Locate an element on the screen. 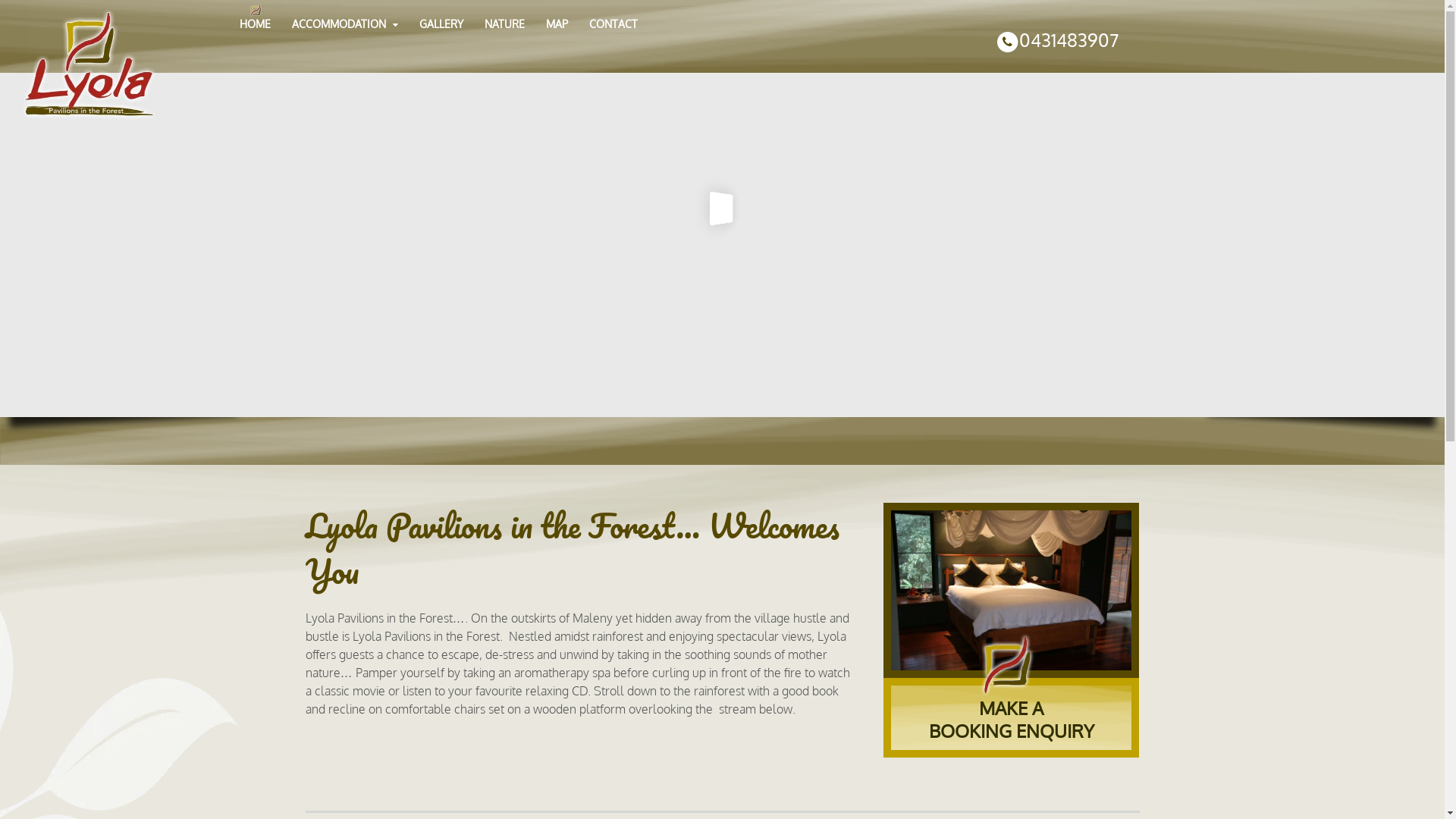 This screenshot has width=1456, height=819. 'GALLERY' is located at coordinates (440, 24).